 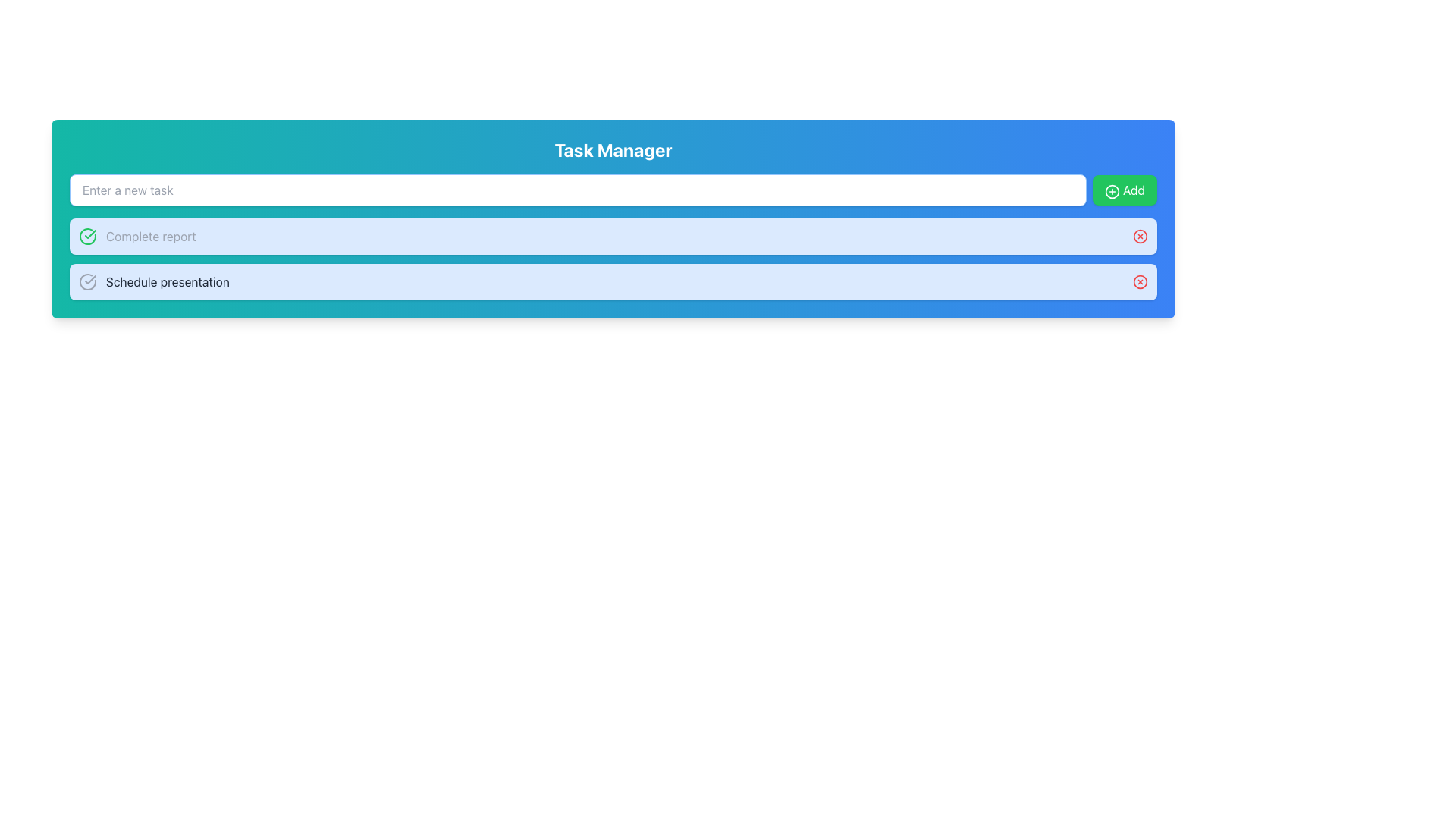 What do you see at coordinates (86, 281) in the screenshot?
I see `the circular icon button with a checkmark that is part of the task management list, located to the left of the text 'Schedule presentation' in the third row` at bounding box center [86, 281].